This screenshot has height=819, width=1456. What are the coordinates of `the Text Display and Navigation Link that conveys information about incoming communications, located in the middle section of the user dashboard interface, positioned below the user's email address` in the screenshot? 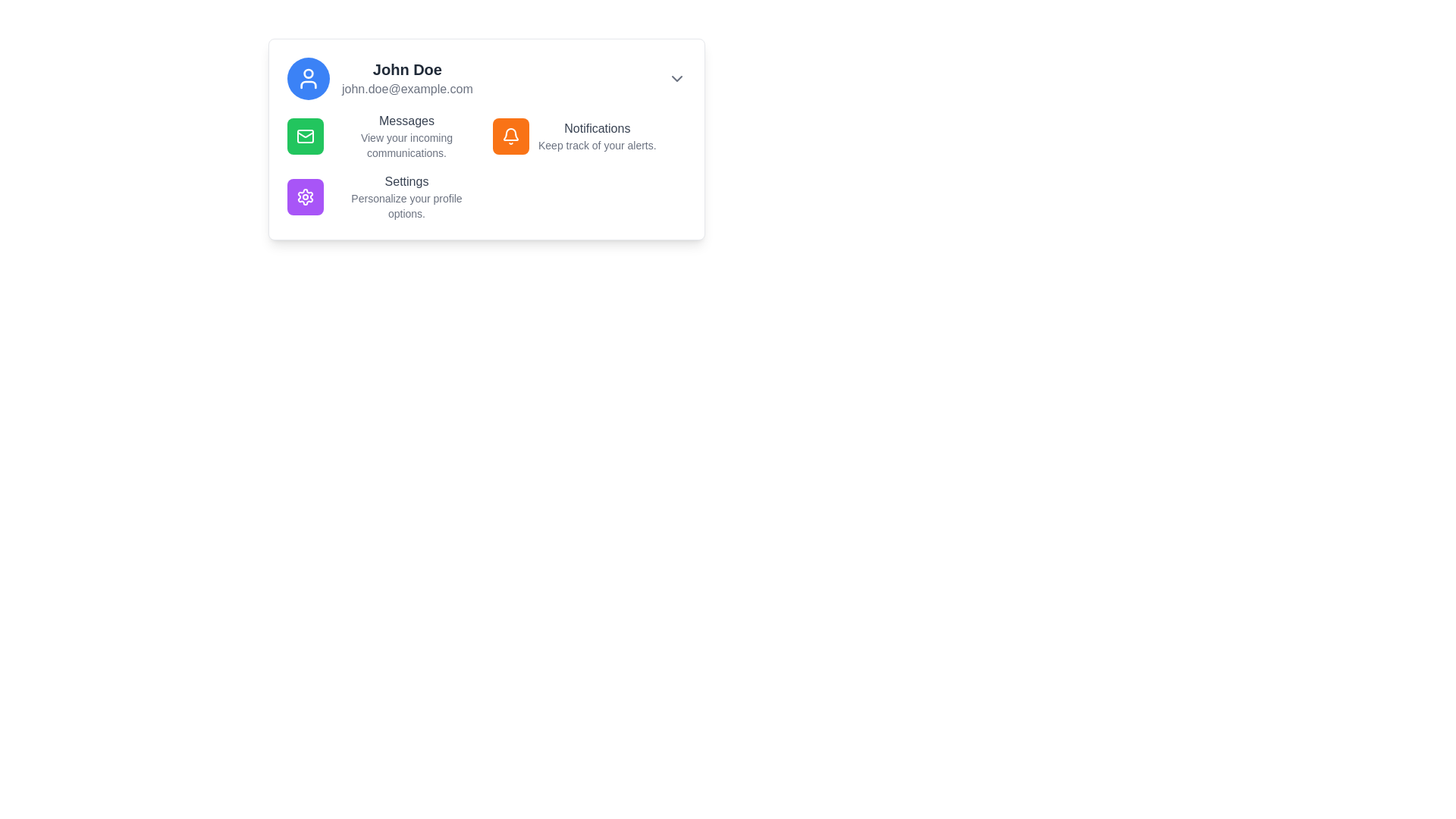 It's located at (406, 136).